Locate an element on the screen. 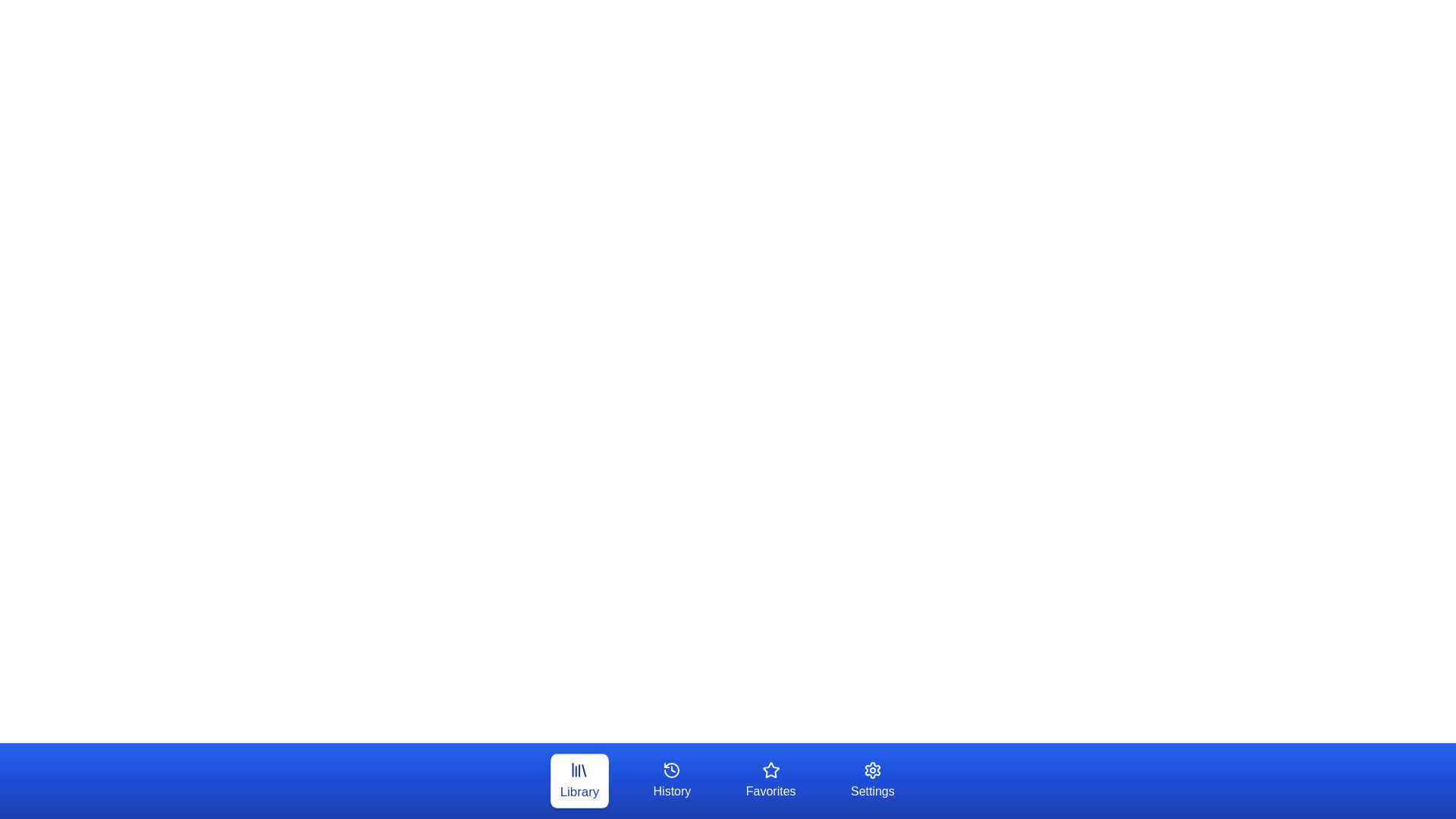  the tab labeled Settings is located at coordinates (872, 780).